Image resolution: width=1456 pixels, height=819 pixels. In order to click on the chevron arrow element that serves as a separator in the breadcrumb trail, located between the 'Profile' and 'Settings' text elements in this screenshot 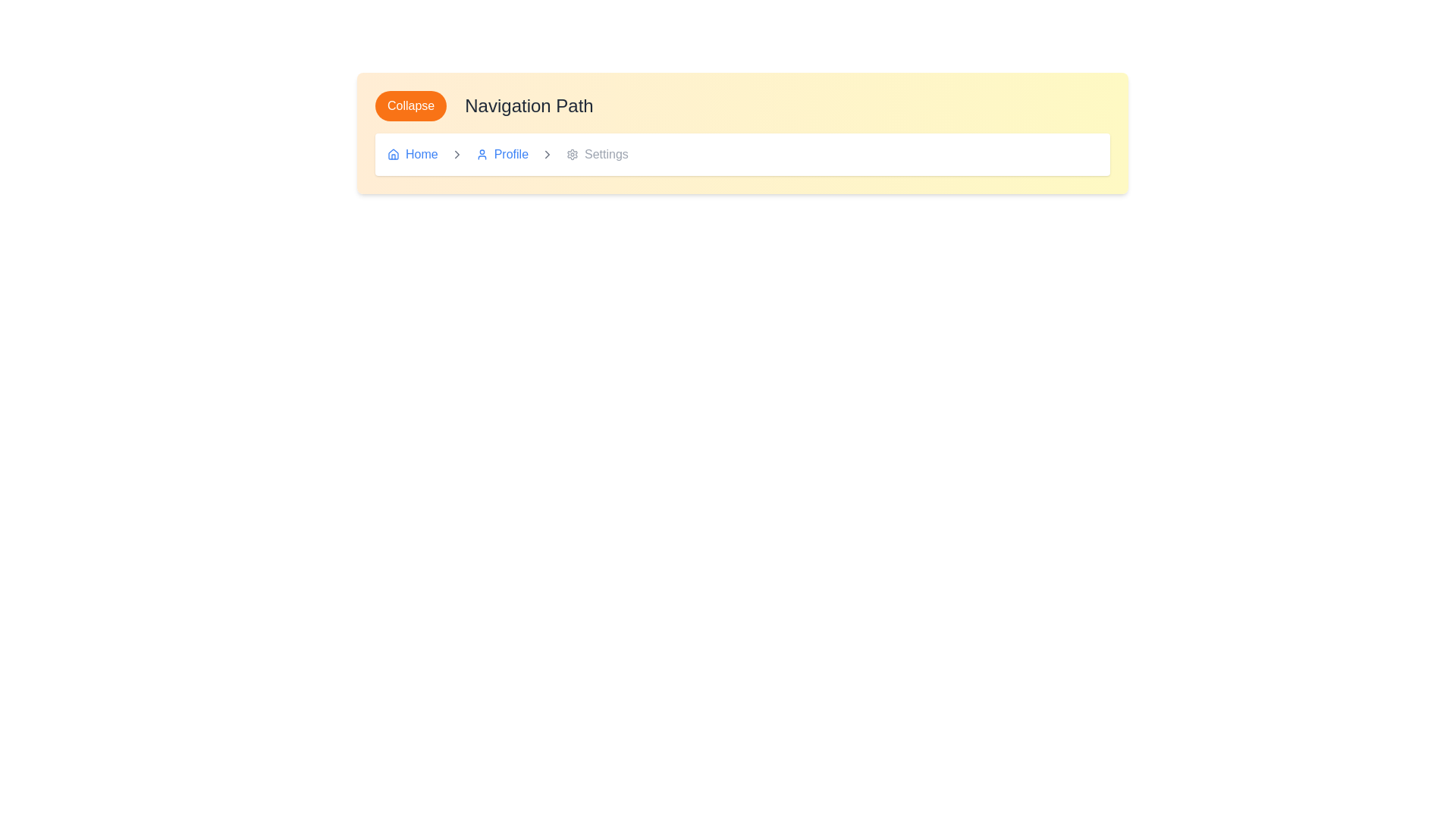, I will do `click(456, 155)`.